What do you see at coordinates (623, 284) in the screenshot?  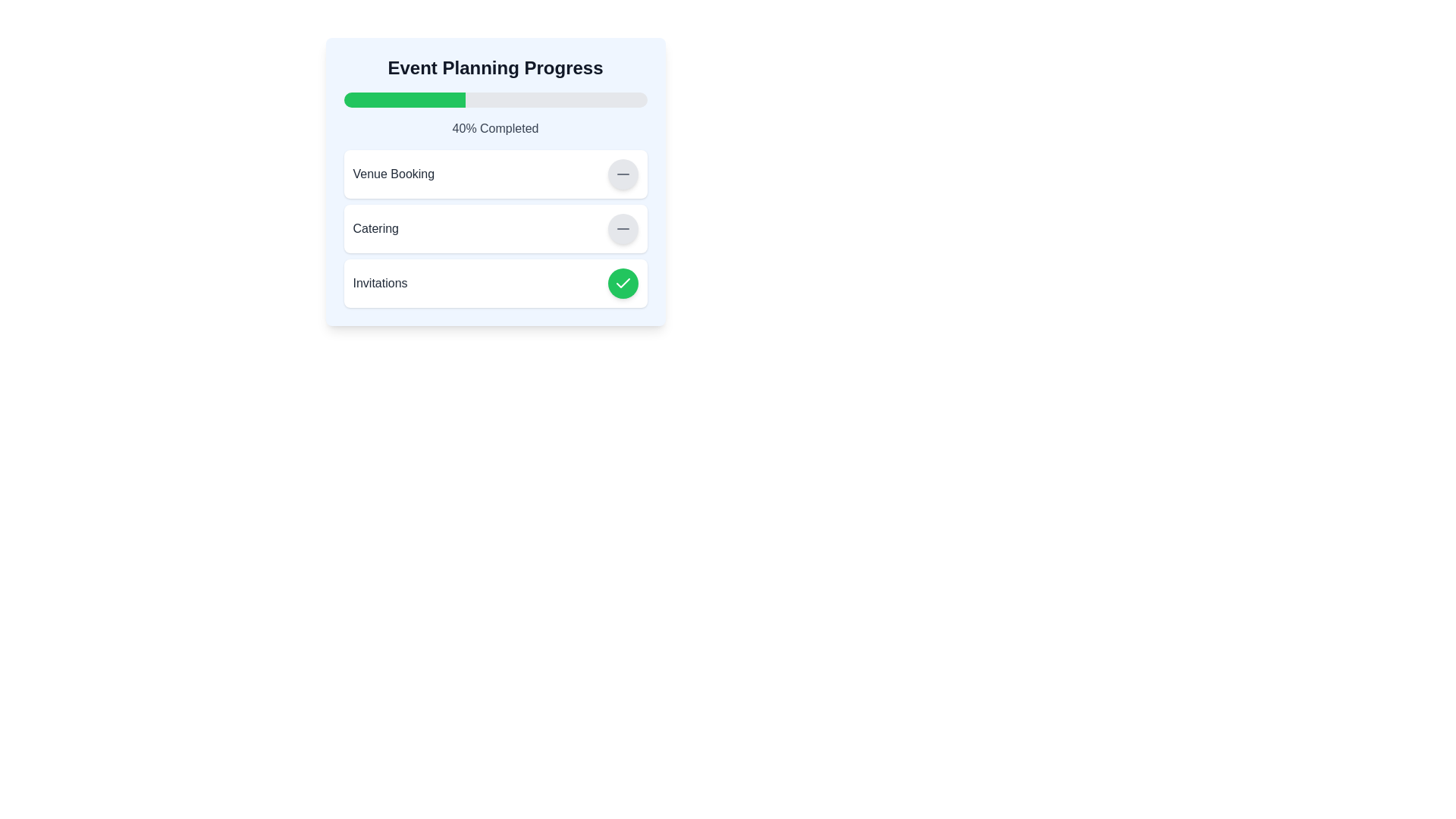 I see `the checkmark icon indicating that the task 'Invitations' has been completed, located on the far-right side of the third task row within a green circular area` at bounding box center [623, 284].